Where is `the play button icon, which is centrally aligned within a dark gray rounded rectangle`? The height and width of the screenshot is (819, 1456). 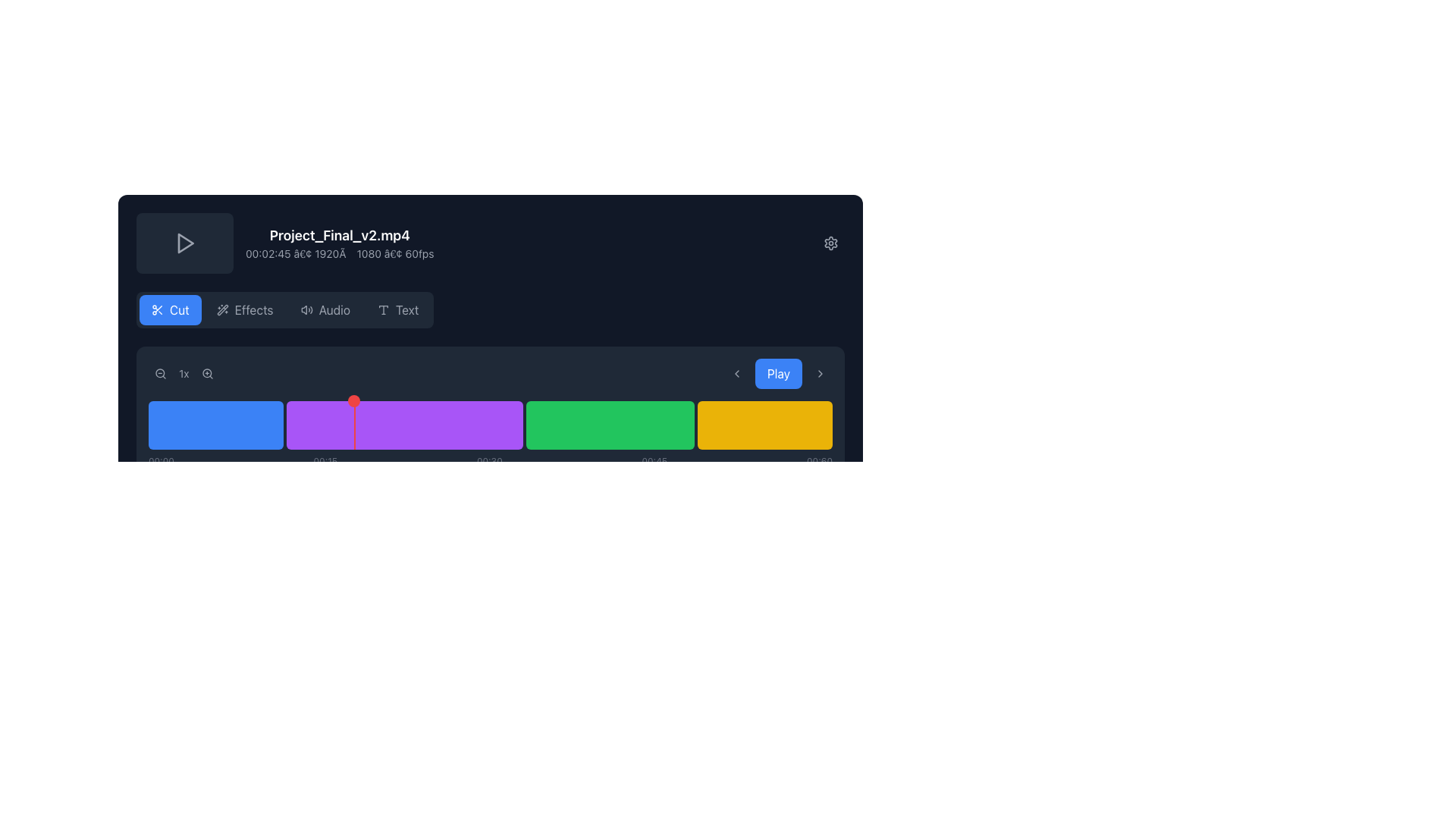
the play button icon, which is centrally aligned within a dark gray rounded rectangle is located at coordinates (184, 242).